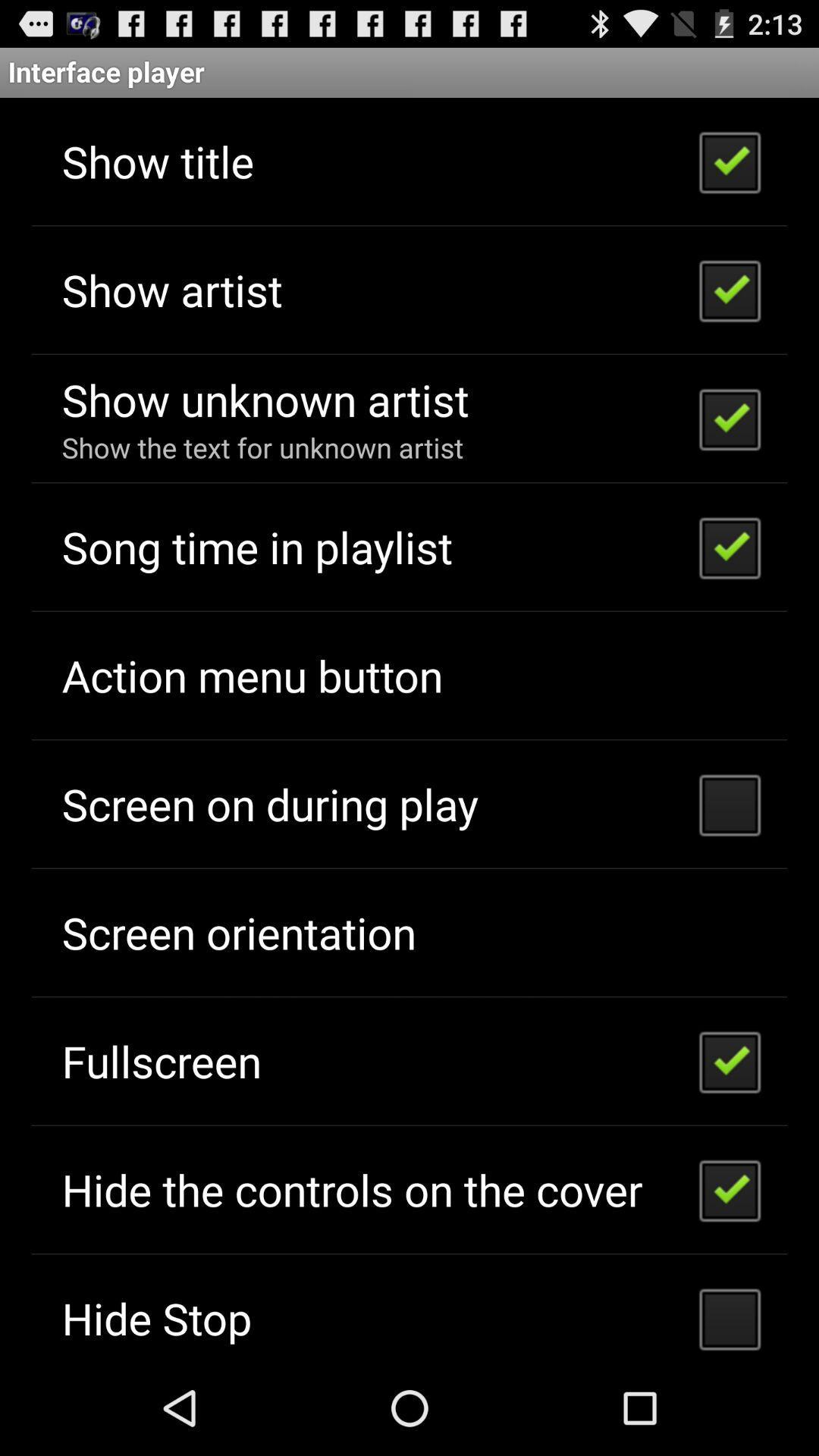 The image size is (819, 1456). What do you see at coordinates (157, 1317) in the screenshot?
I see `the hide stop item` at bounding box center [157, 1317].